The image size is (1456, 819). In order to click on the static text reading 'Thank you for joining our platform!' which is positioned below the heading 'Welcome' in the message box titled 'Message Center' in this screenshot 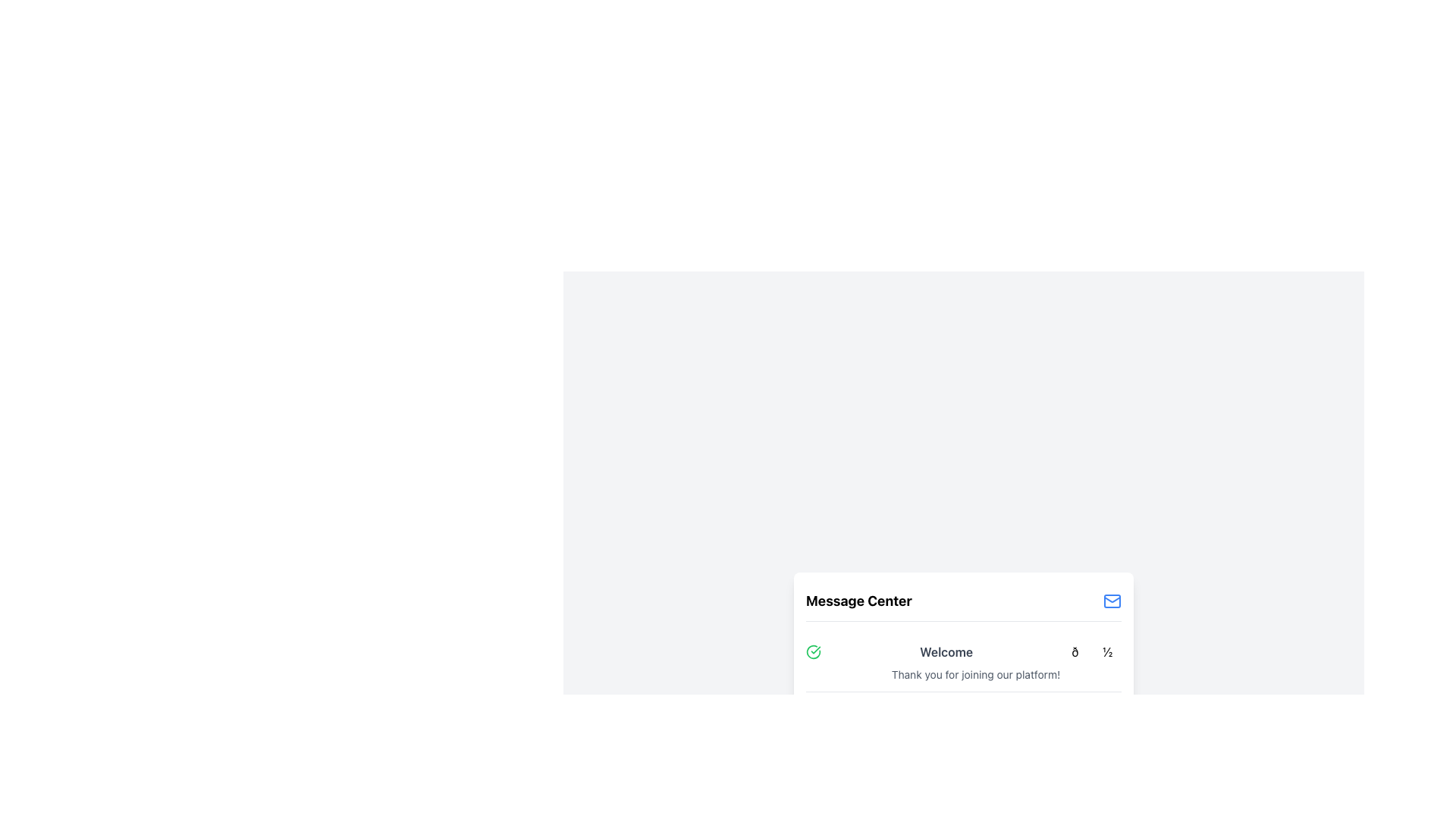, I will do `click(975, 674)`.